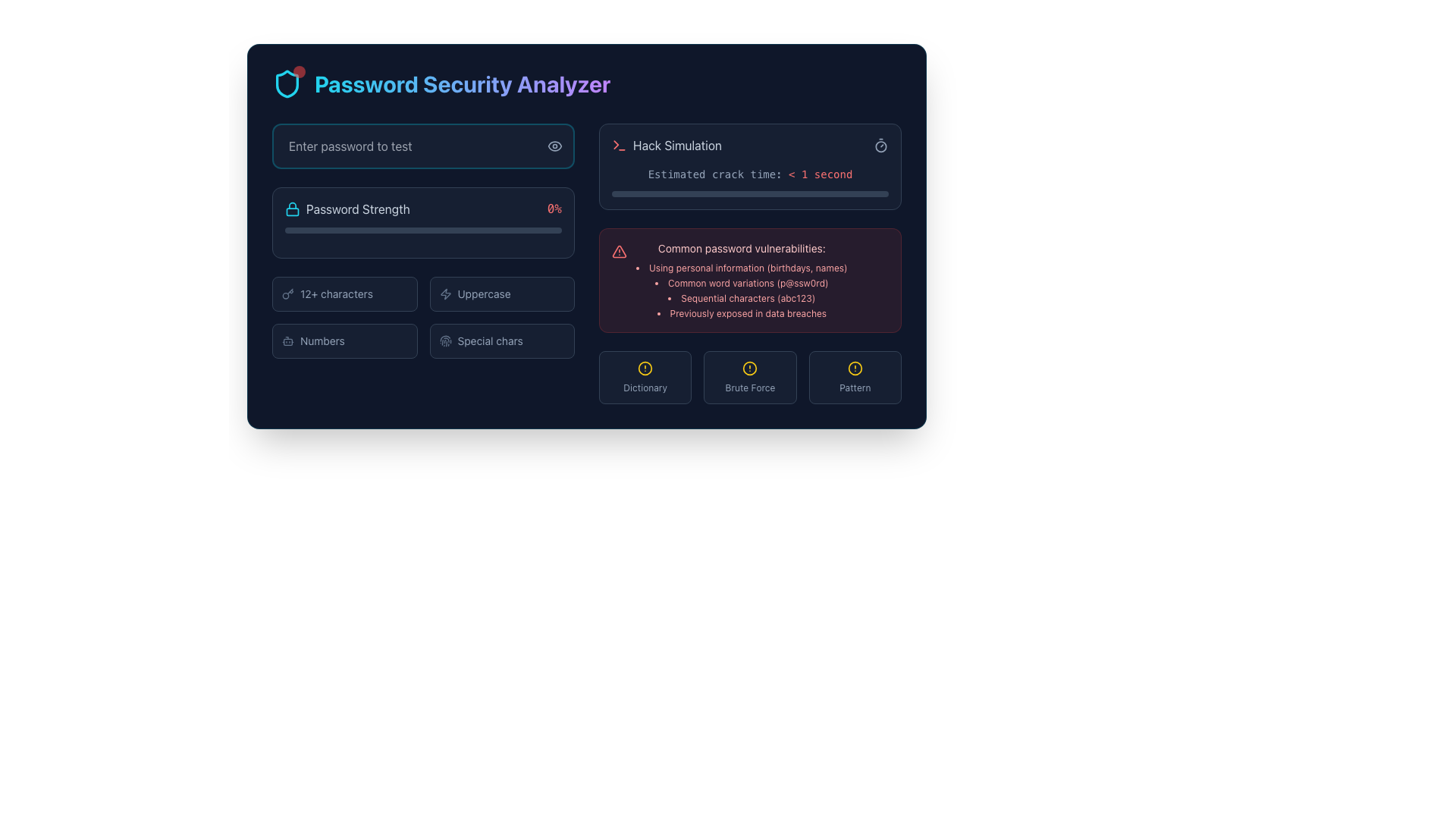  I want to click on the icon button located near the right end of the password input field with placeholder text 'Enter password to test', so click(554, 146).